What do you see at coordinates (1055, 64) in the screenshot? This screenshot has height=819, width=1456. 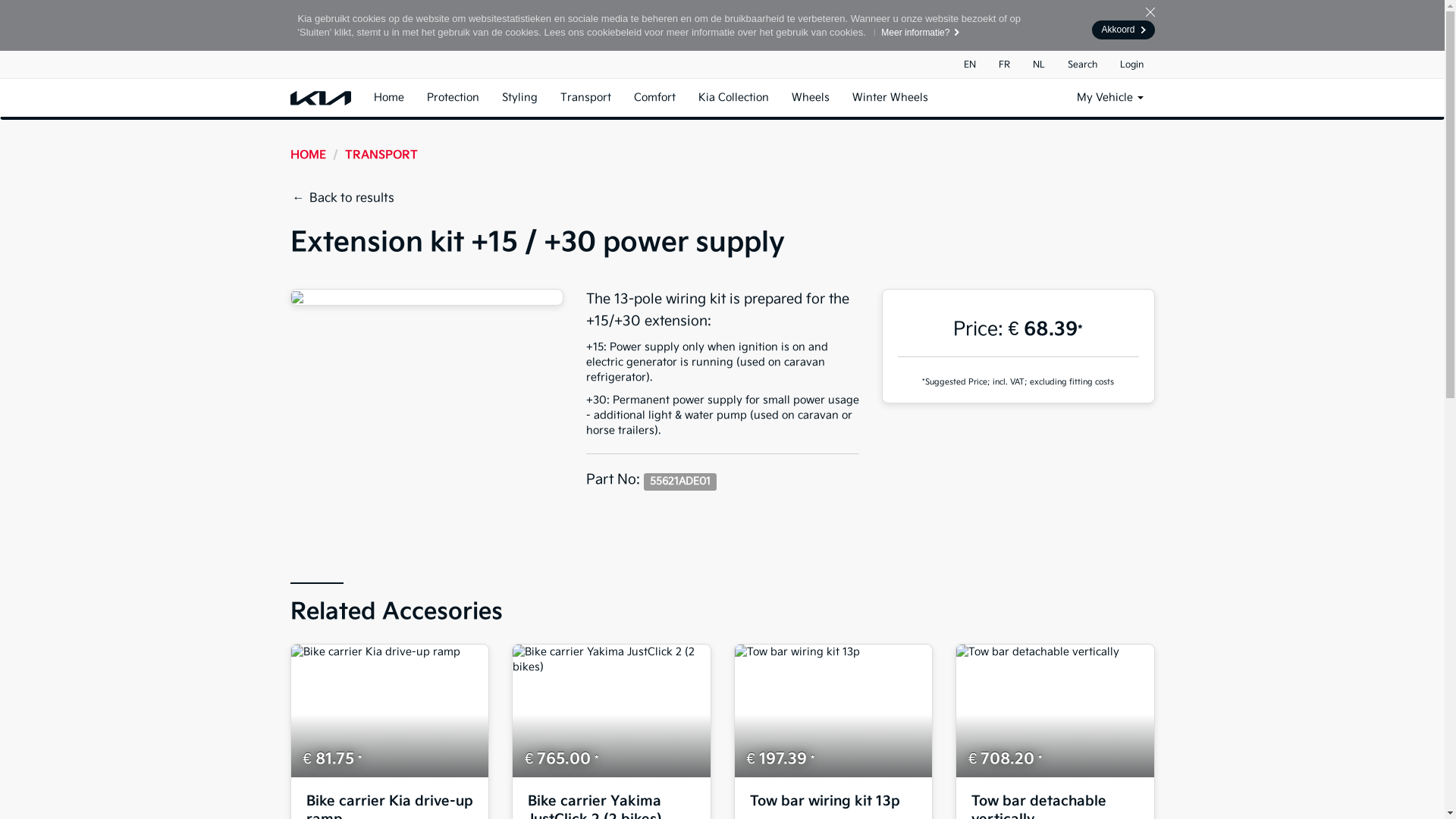 I see `'Search'` at bounding box center [1055, 64].